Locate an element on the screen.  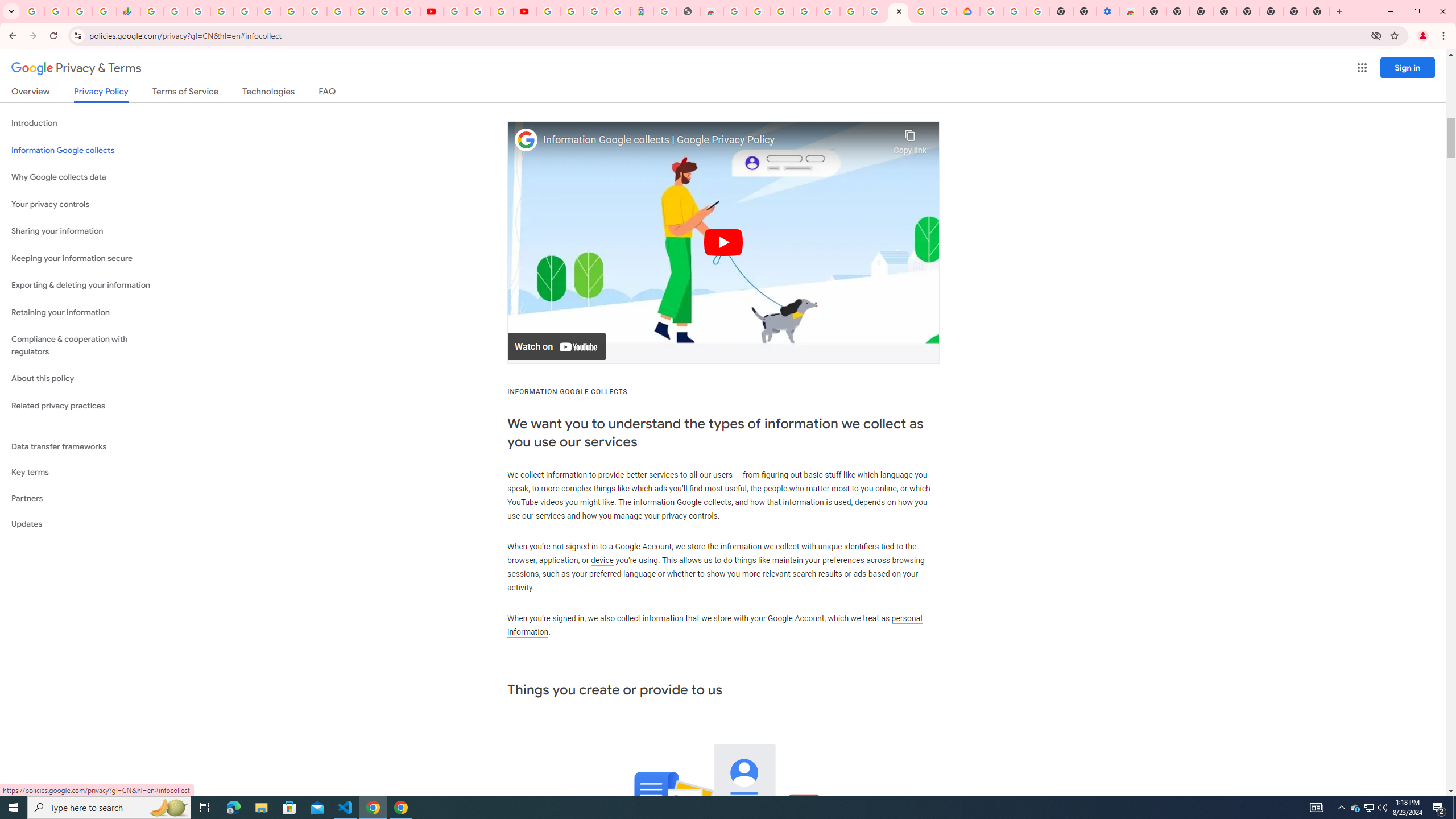
'Sign in - Google Accounts' is located at coordinates (222, 11).